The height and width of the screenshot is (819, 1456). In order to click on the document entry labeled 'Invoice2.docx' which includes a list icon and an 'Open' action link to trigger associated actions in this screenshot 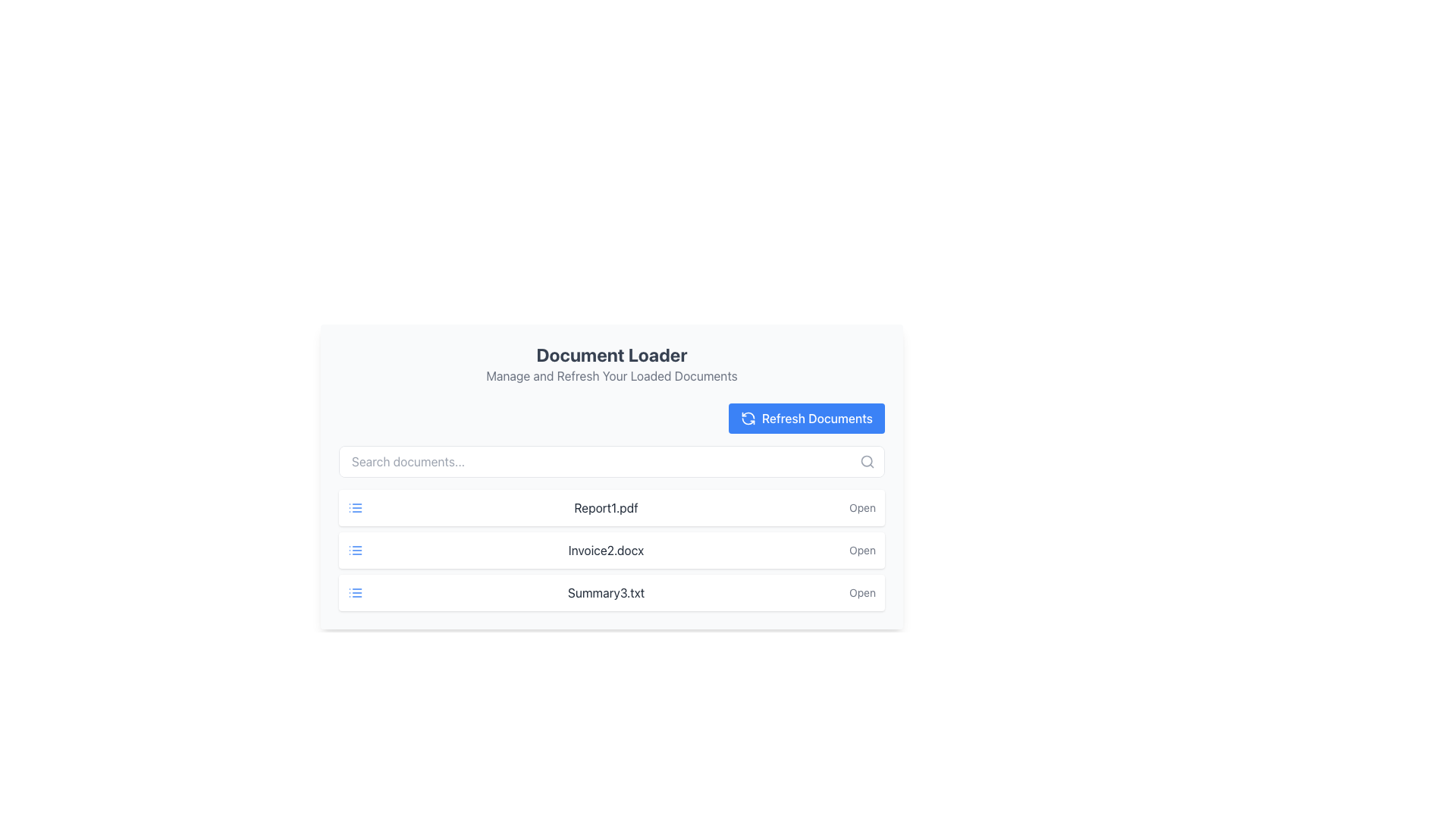, I will do `click(611, 550)`.